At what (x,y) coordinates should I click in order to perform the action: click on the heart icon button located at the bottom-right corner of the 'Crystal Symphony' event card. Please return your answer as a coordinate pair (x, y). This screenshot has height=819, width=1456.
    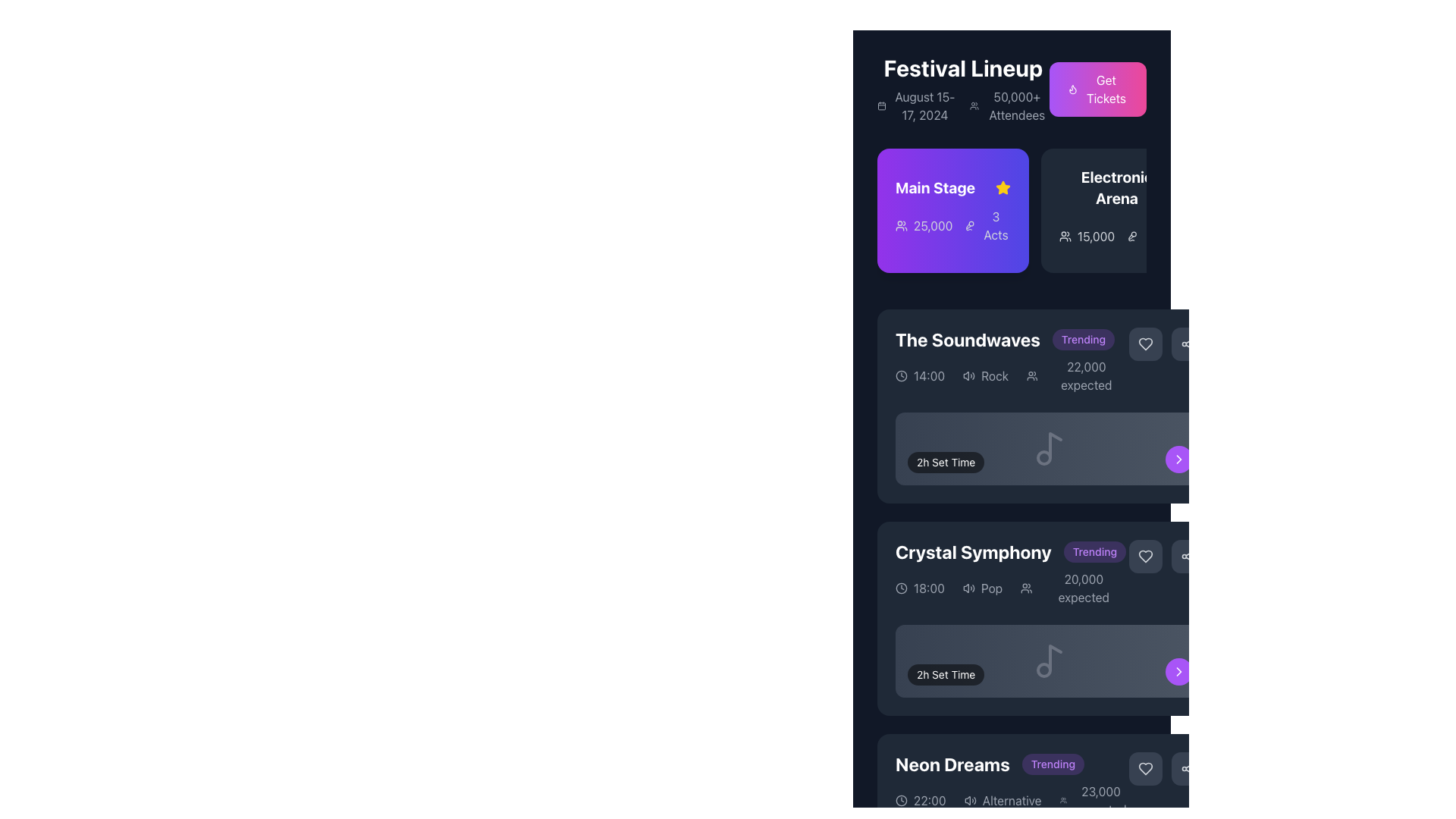
    Looking at the image, I should click on (1146, 769).